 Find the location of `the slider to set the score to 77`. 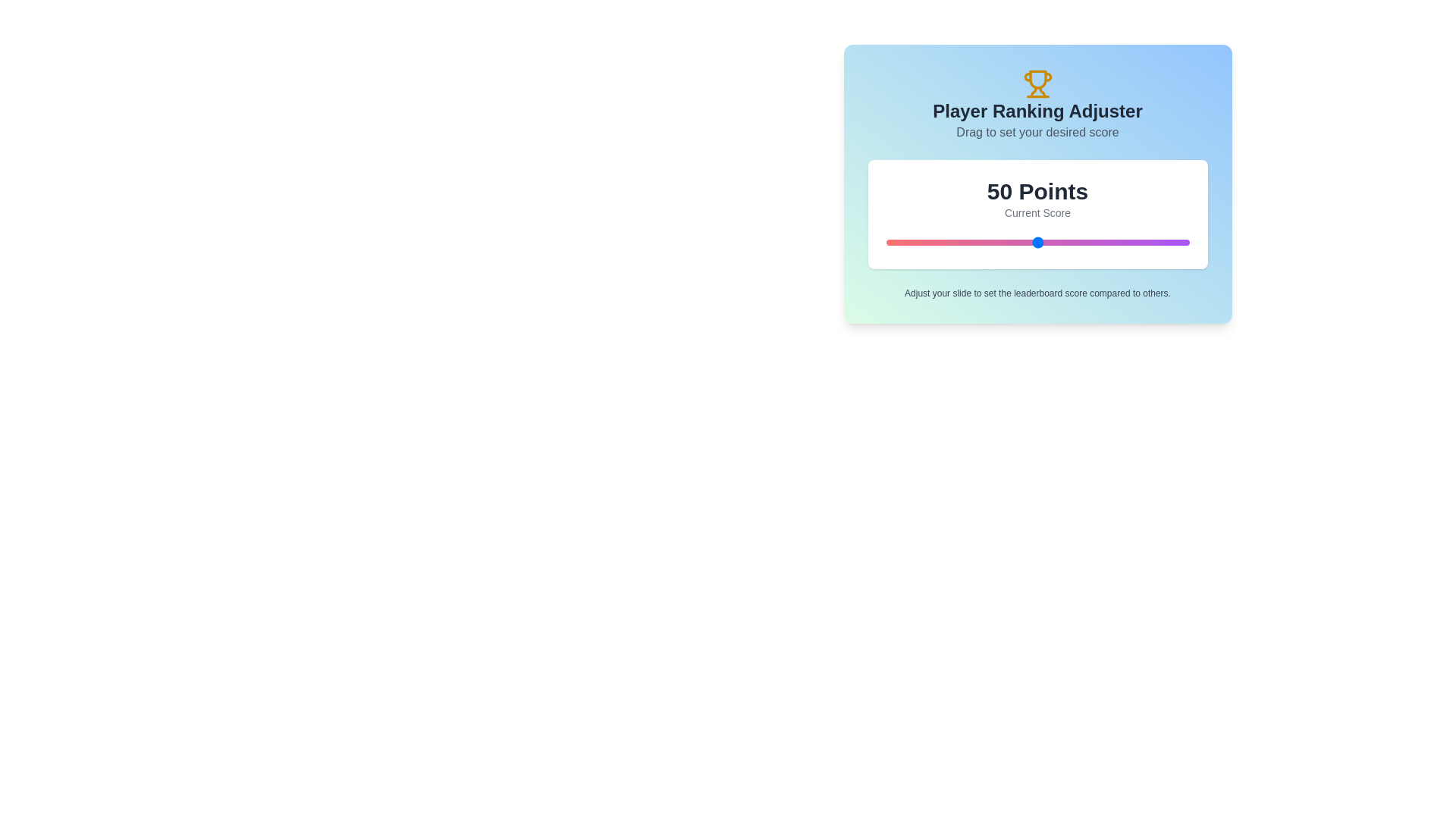

the slider to set the score to 77 is located at coordinates (1119, 242).